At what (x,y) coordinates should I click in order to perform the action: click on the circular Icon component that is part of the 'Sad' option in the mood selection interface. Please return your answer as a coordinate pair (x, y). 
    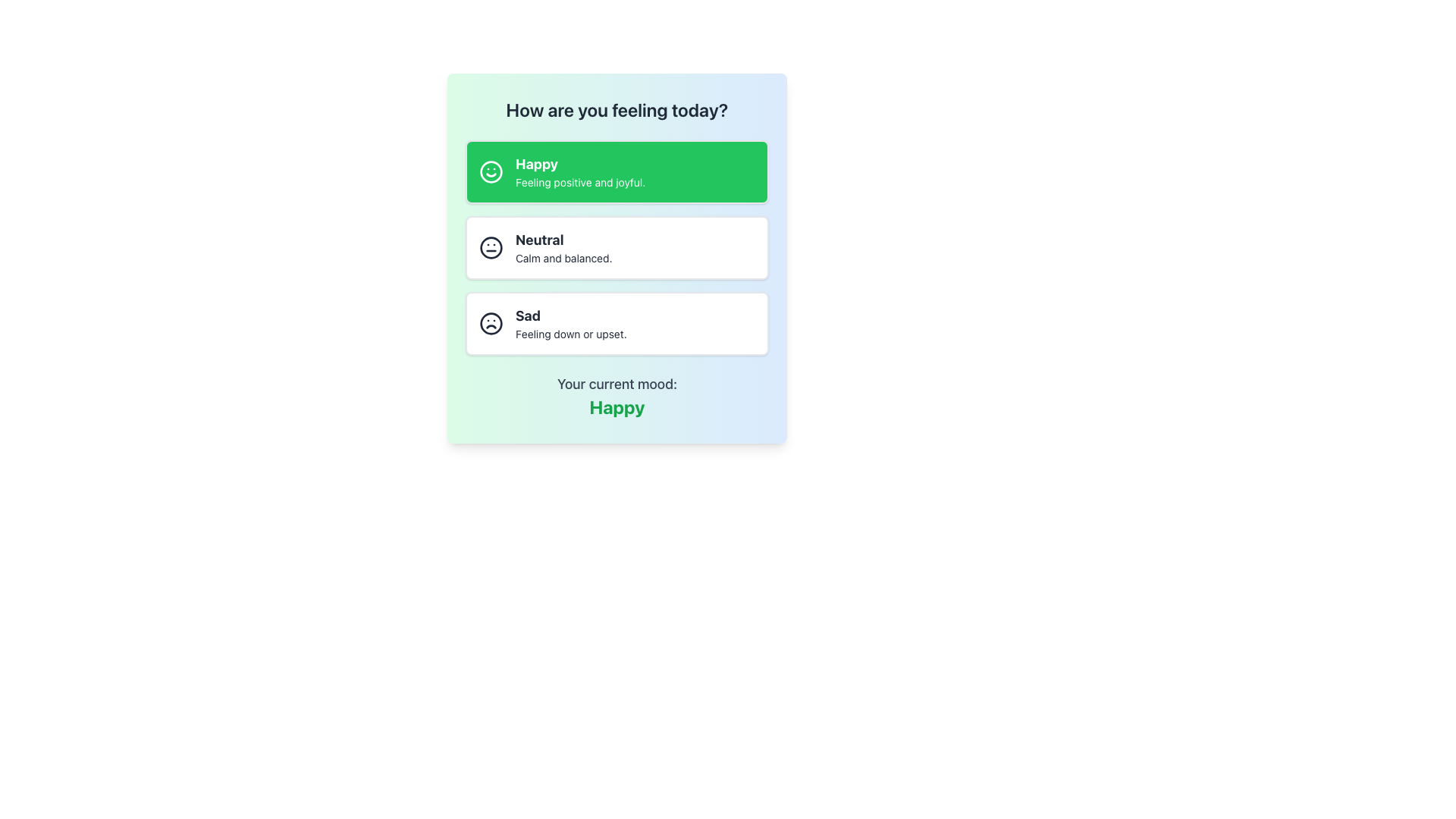
    Looking at the image, I should click on (491, 323).